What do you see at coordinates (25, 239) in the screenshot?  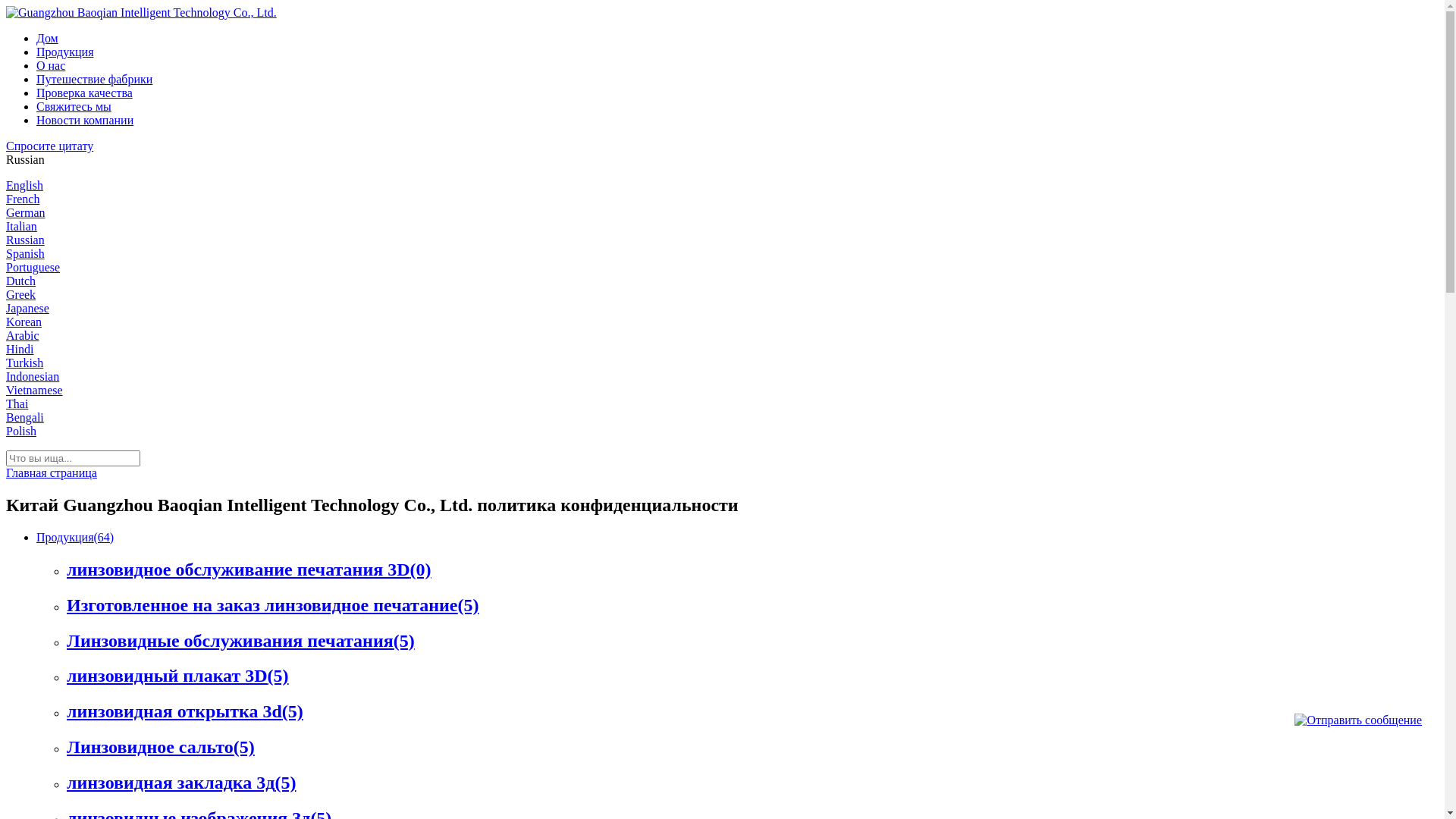 I see `'Russian'` at bounding box center [25, 239].